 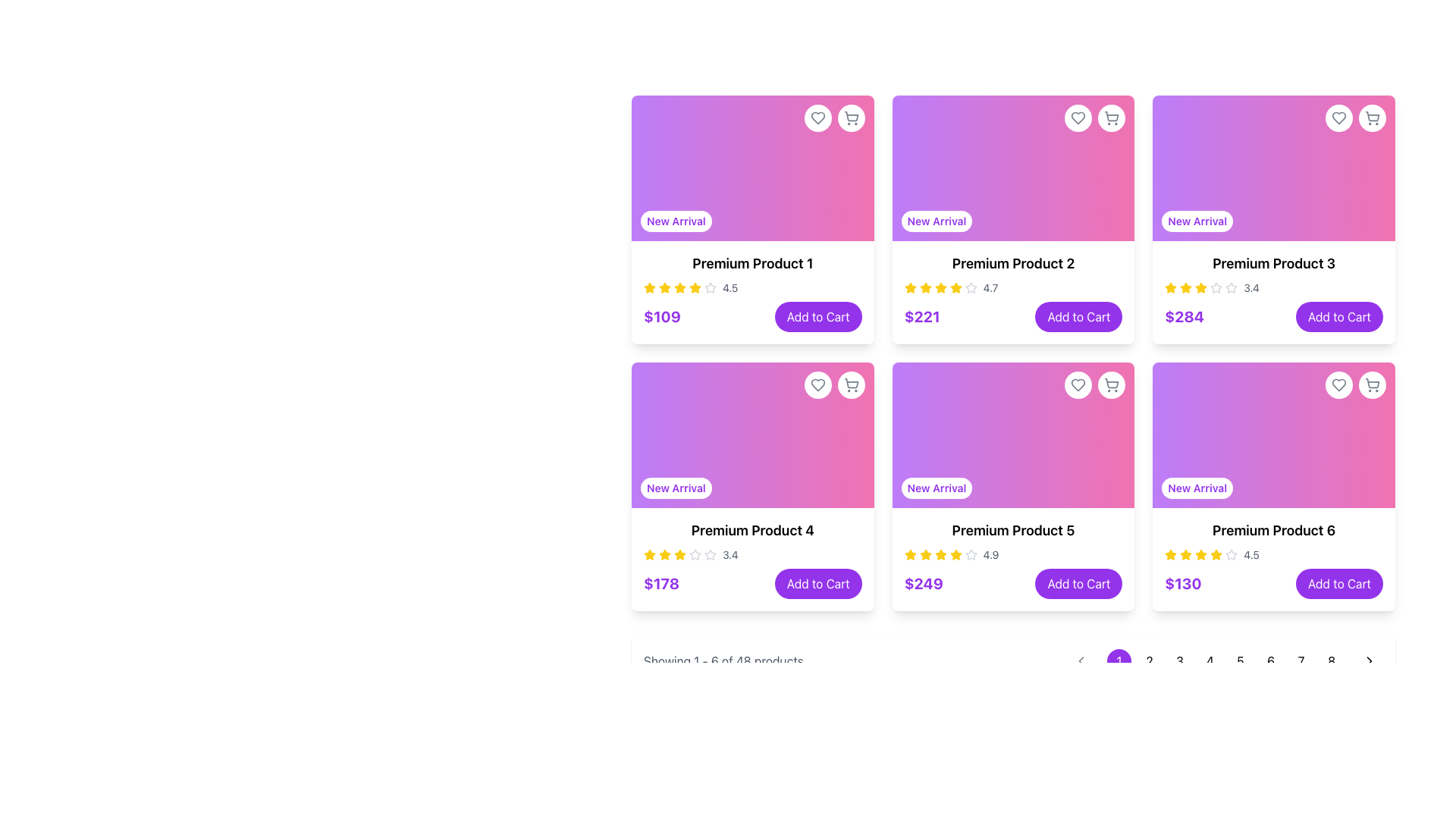 I want to click on rating value displayed in the text label showing '3.4', located to the right of the star icons in the third product card of the second row, so click(x=730, y=555).